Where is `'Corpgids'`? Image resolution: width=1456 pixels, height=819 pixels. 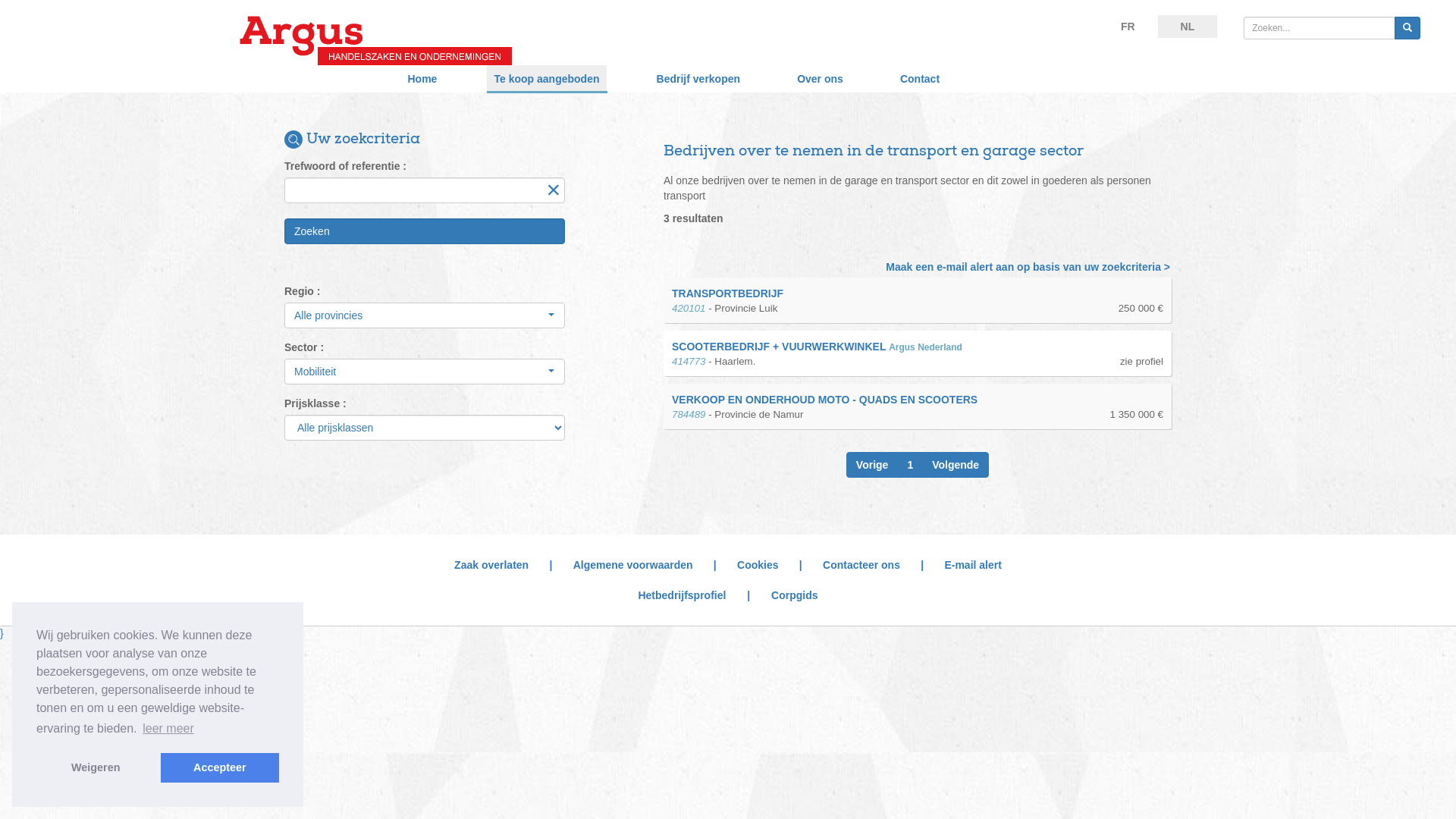
'Corpgids' is located at coordinates (793, 595).